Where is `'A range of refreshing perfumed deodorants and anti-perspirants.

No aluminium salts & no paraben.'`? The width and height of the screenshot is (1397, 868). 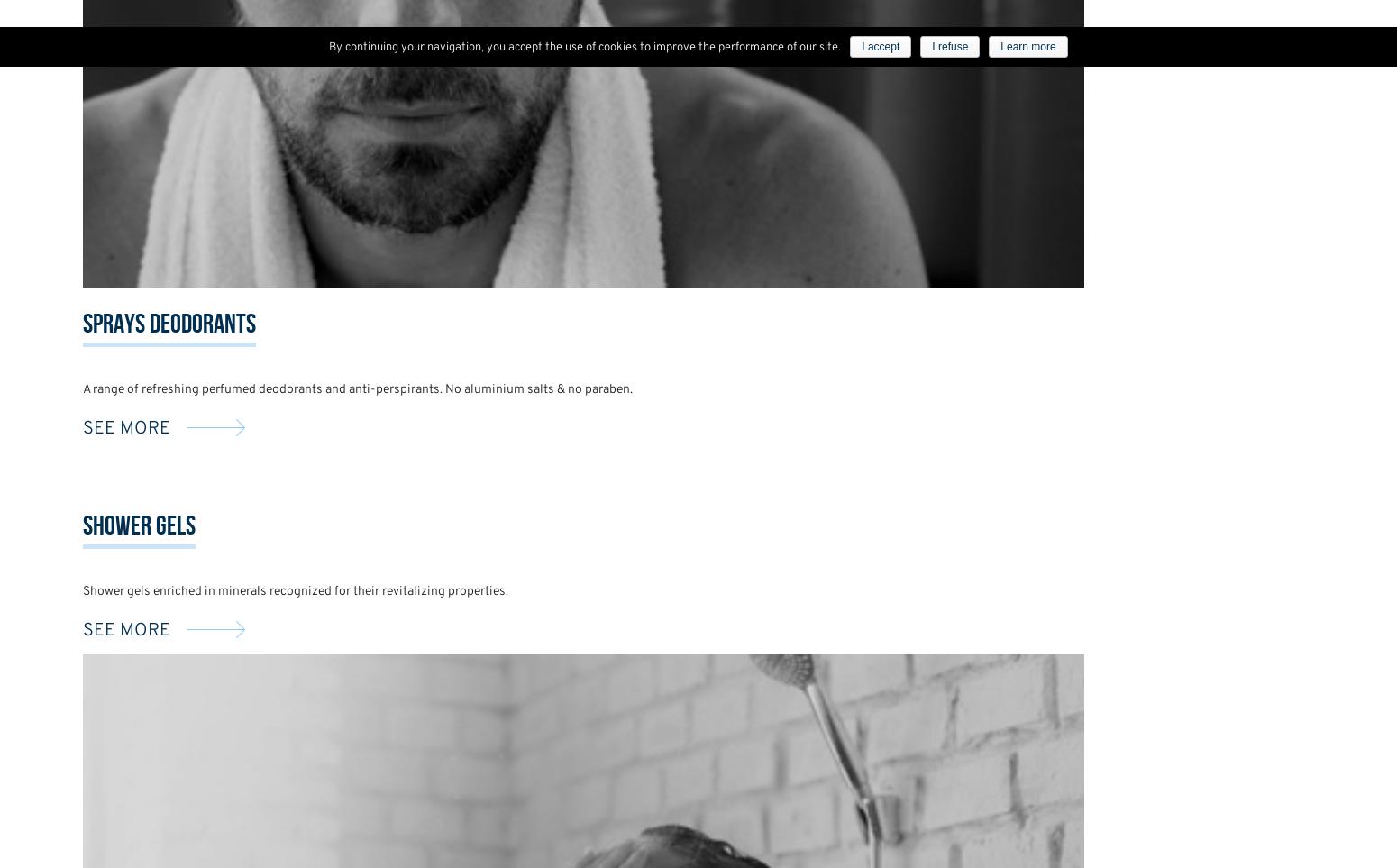 'A range of refreshing perfumed deodorants and anti-perspirants.

No aluminium salts & no paraben.' is located at coordinates (83, 389).